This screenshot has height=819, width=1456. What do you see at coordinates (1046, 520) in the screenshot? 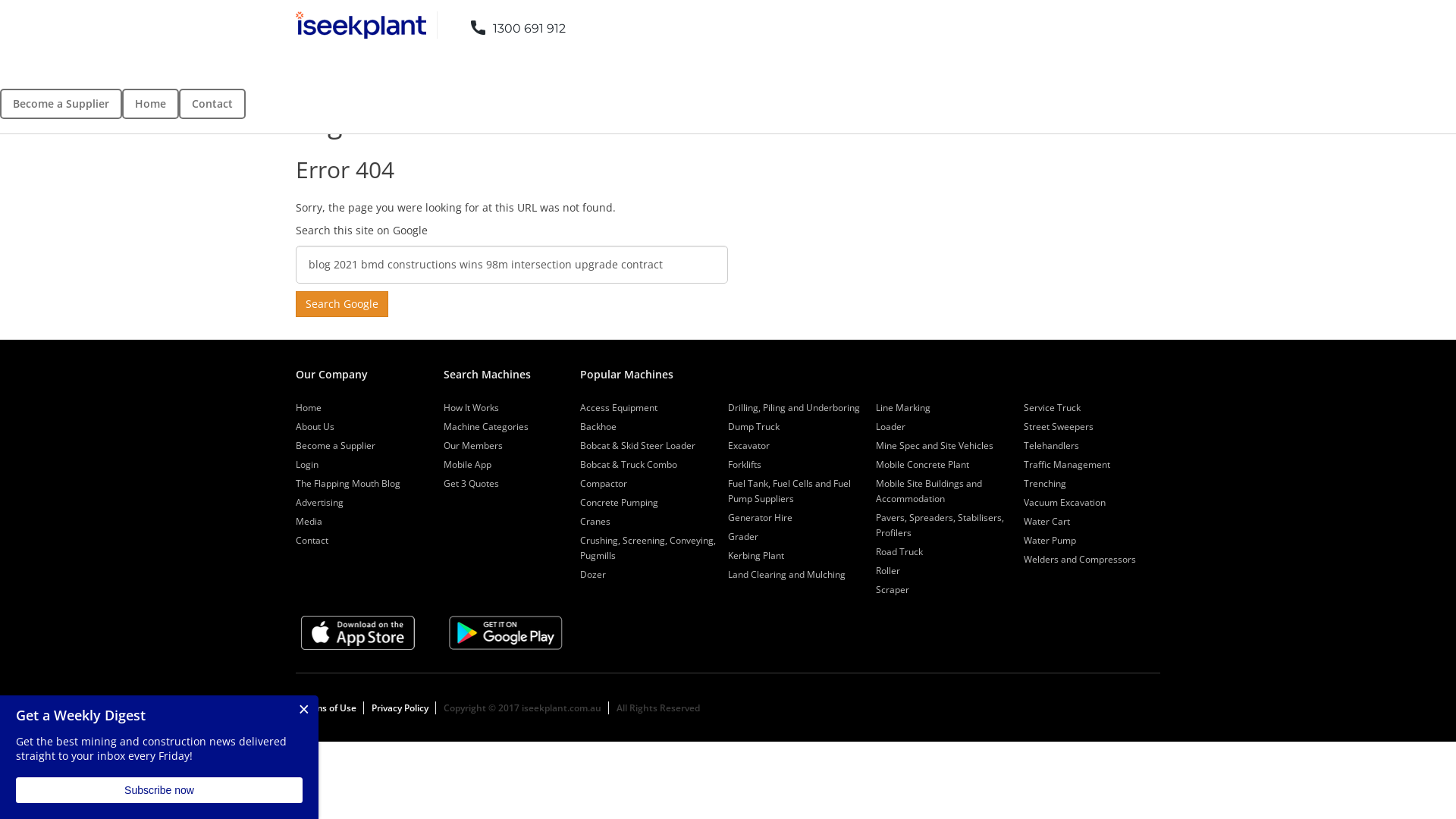
I see `'Water Cart'` at bounding box center [1046, 520].